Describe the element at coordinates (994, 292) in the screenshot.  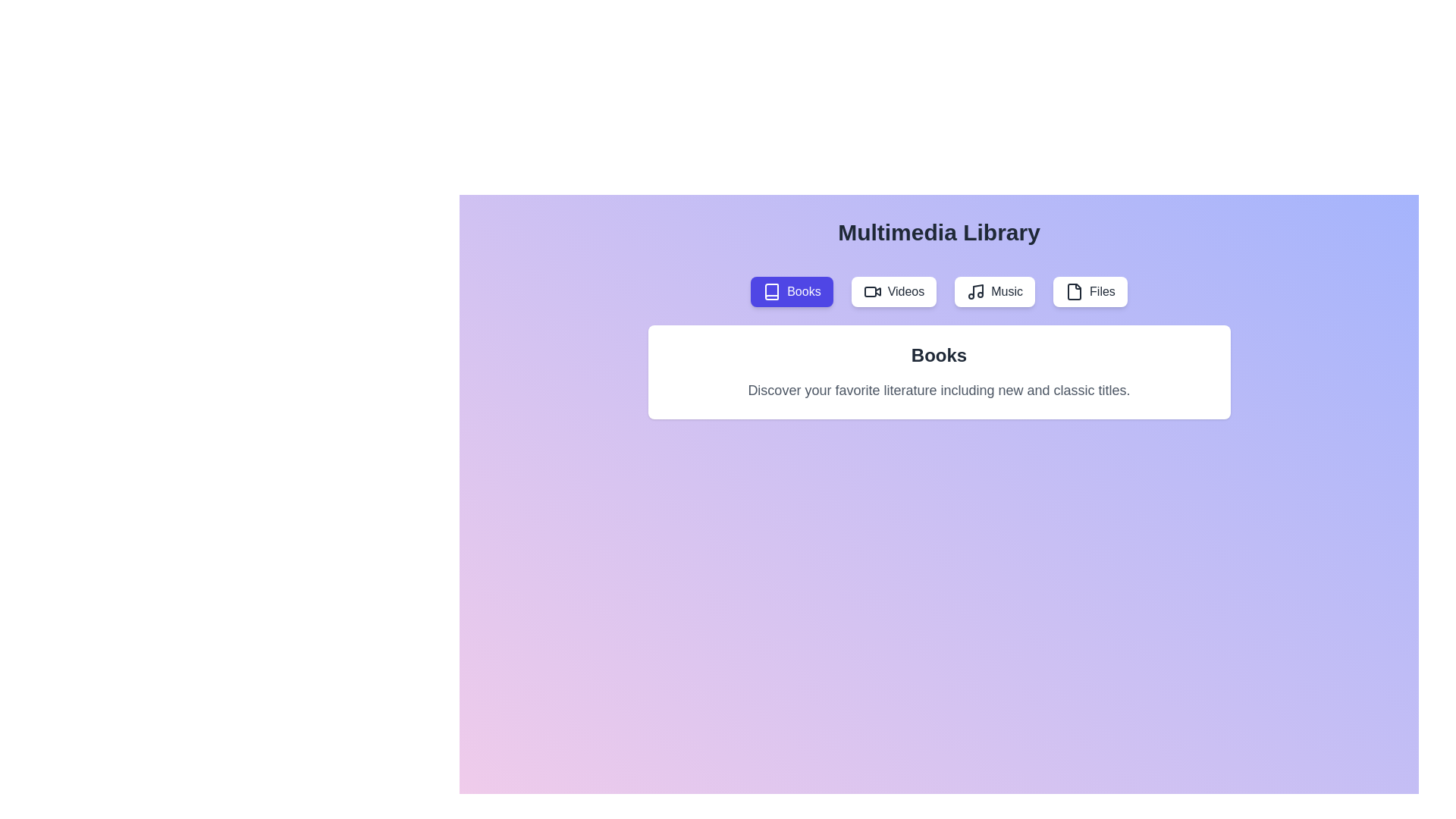
I see `the tab labeled Music to activate it` at that location.